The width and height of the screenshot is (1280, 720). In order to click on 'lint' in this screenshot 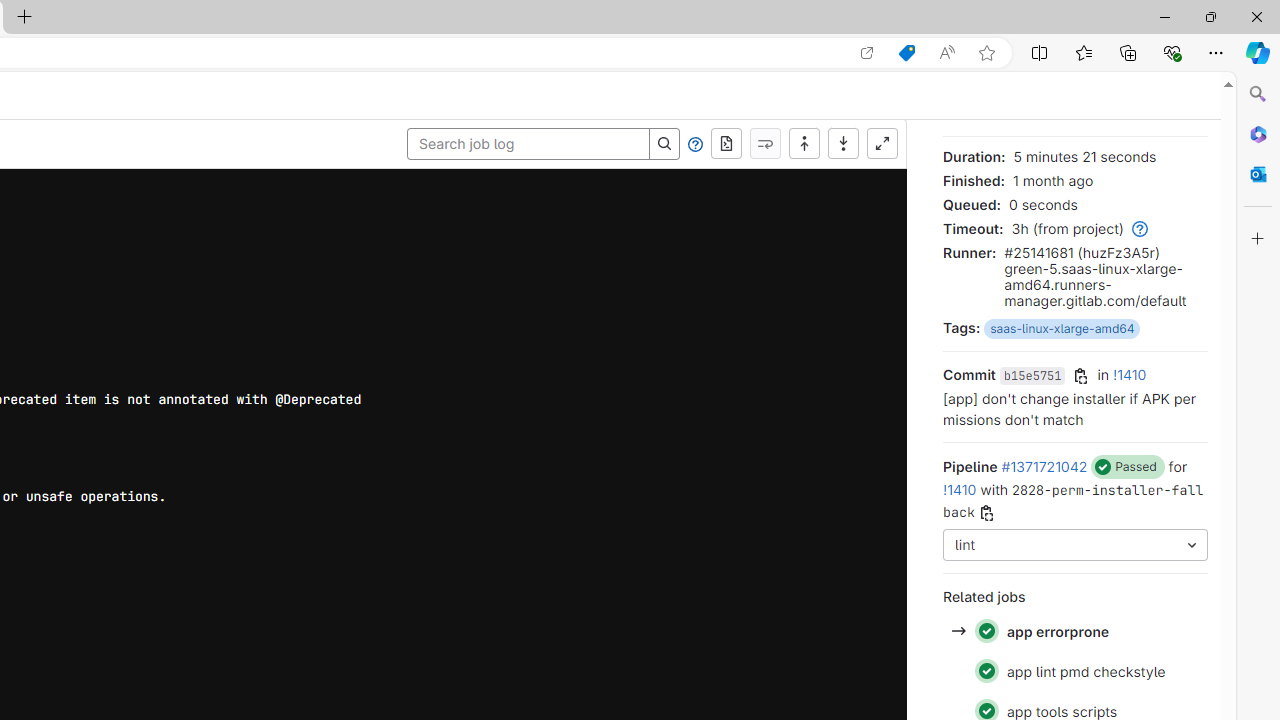, I will do `click(1074, 545)`.